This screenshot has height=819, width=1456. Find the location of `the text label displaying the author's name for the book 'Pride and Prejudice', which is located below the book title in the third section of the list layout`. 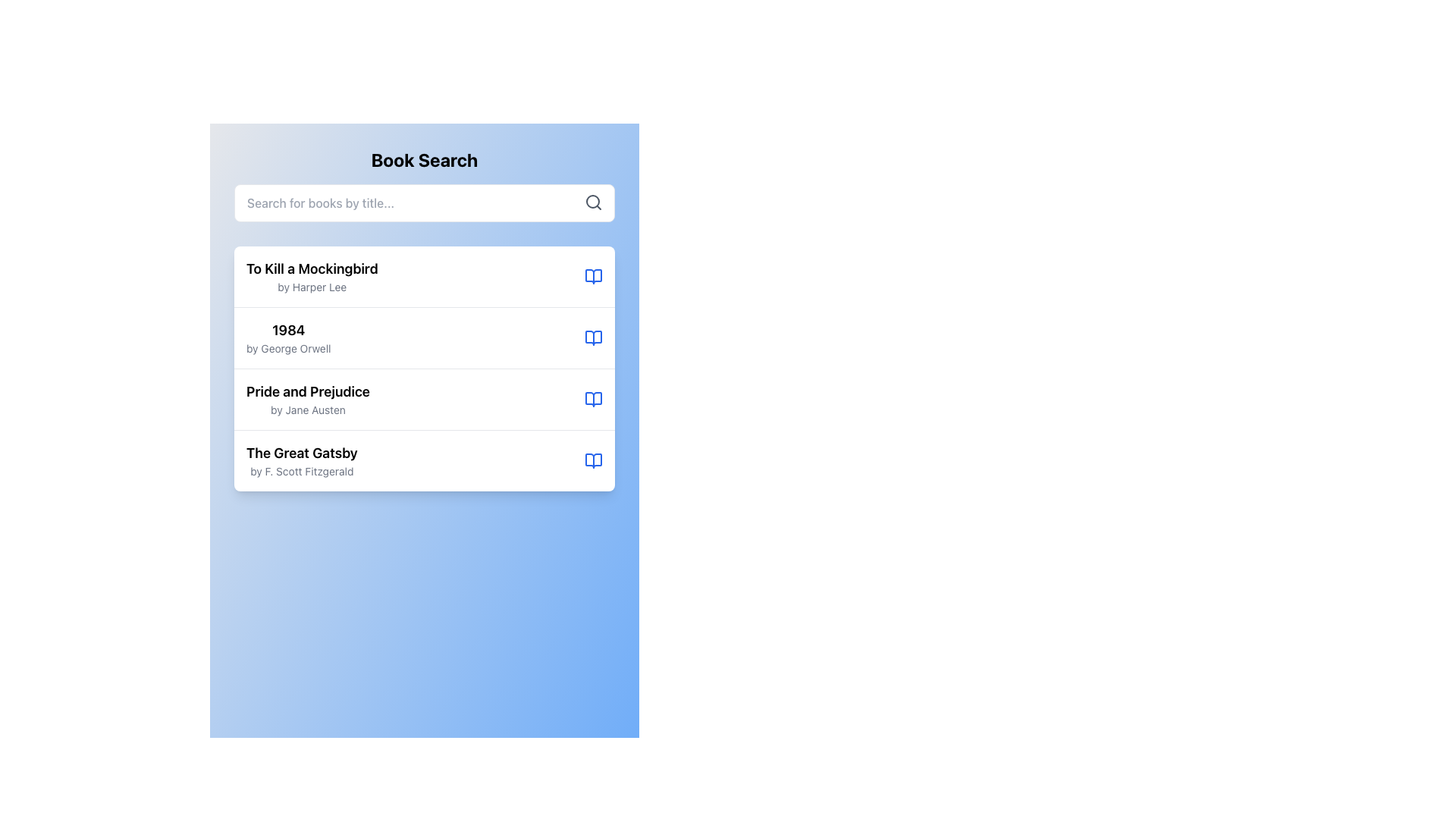

the text label displaying the author's name for the book 'Pride and Prejudice', which is located below the book title in the third section of the list layout is located at coordinates (307, 409).